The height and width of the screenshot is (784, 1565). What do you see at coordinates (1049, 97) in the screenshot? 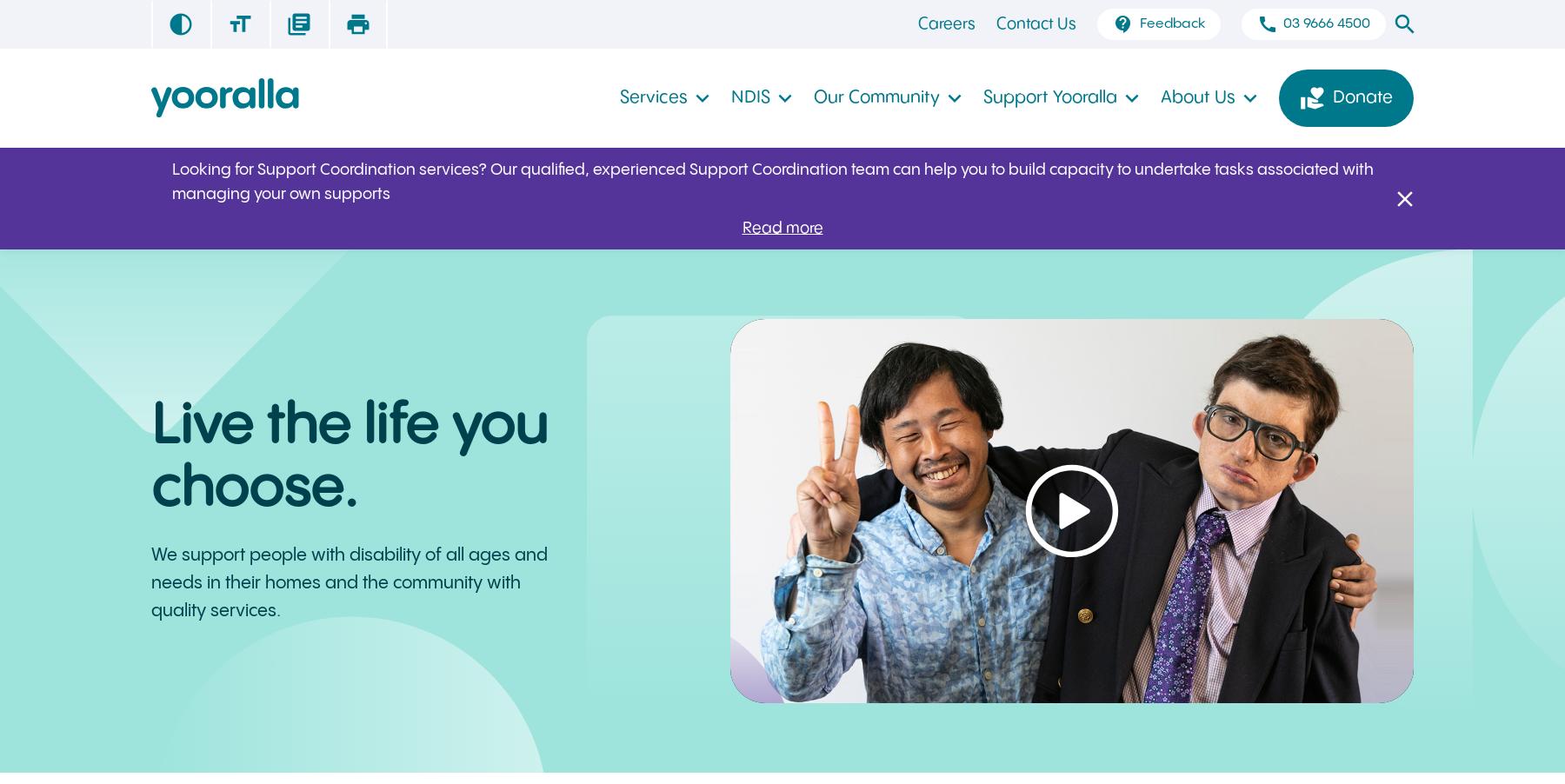
I see `'Support Yooralla'` at bounding box center [1049, 97].